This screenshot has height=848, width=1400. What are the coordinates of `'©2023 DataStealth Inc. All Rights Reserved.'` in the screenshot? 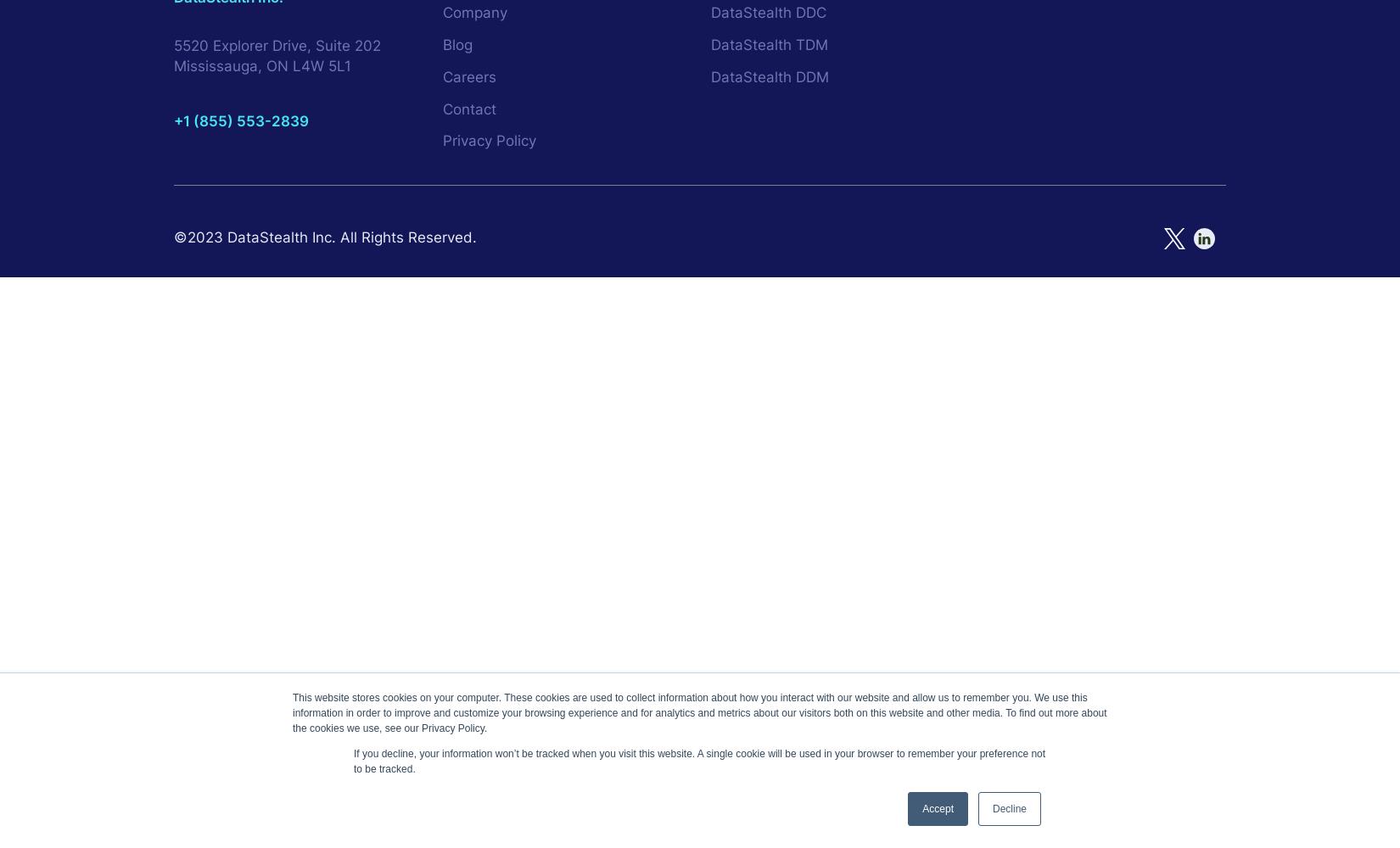 It's located at (173, 237).